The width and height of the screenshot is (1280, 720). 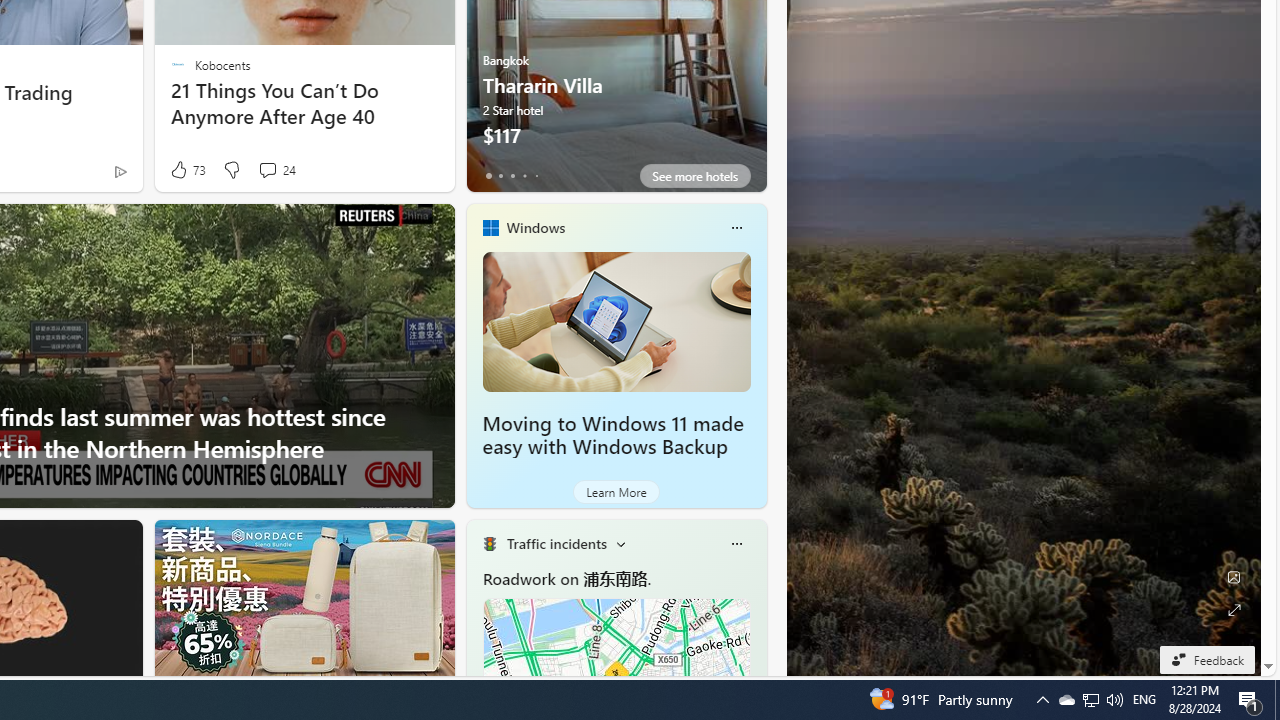 What do you see at coordinates (1232, 577) in the screenshot?
I see `'Edit Background'` at bounding box center [1232, 577].